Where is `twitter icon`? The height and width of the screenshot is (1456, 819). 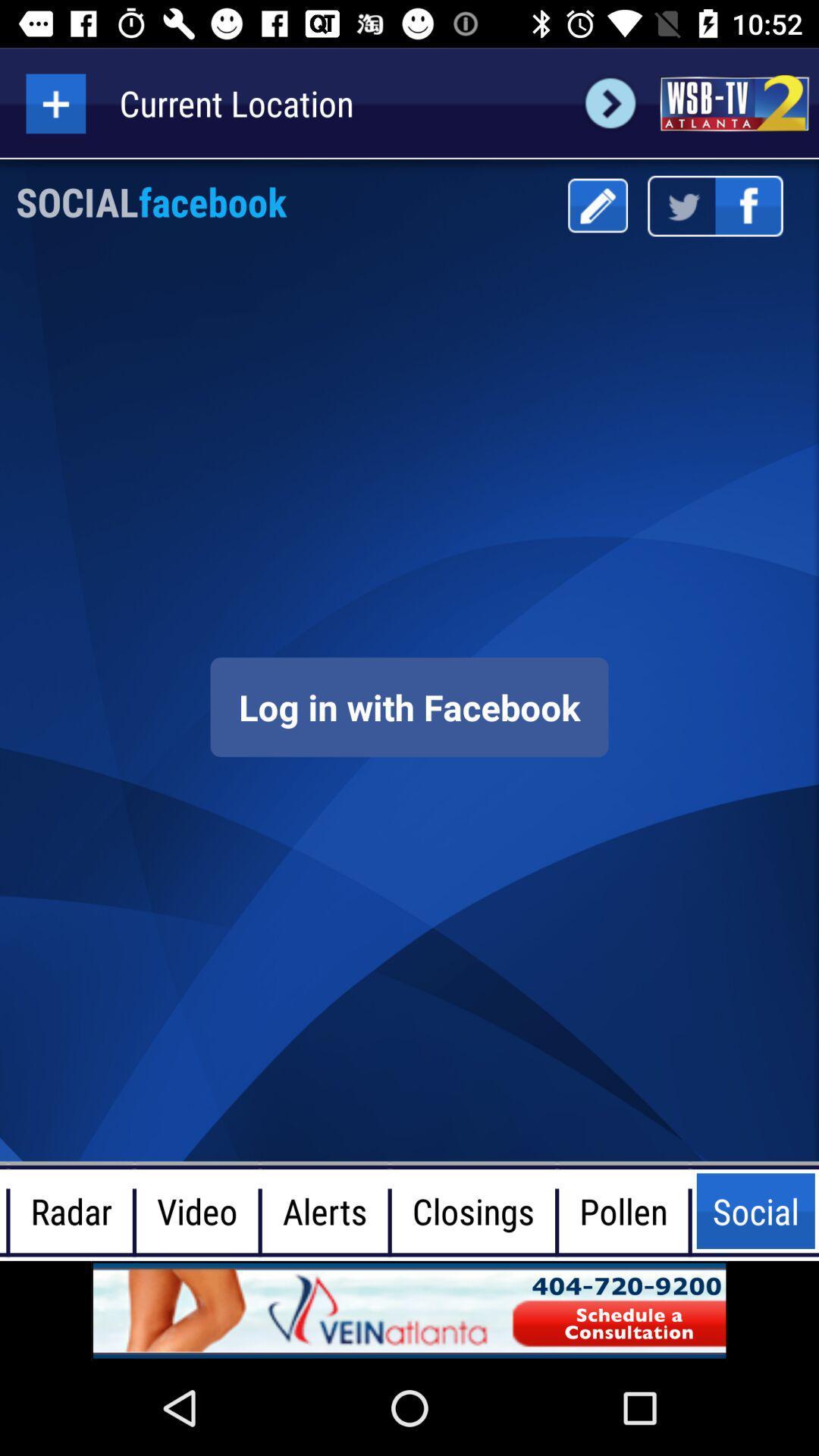
twitter icon is located at coordinates (680, 206).